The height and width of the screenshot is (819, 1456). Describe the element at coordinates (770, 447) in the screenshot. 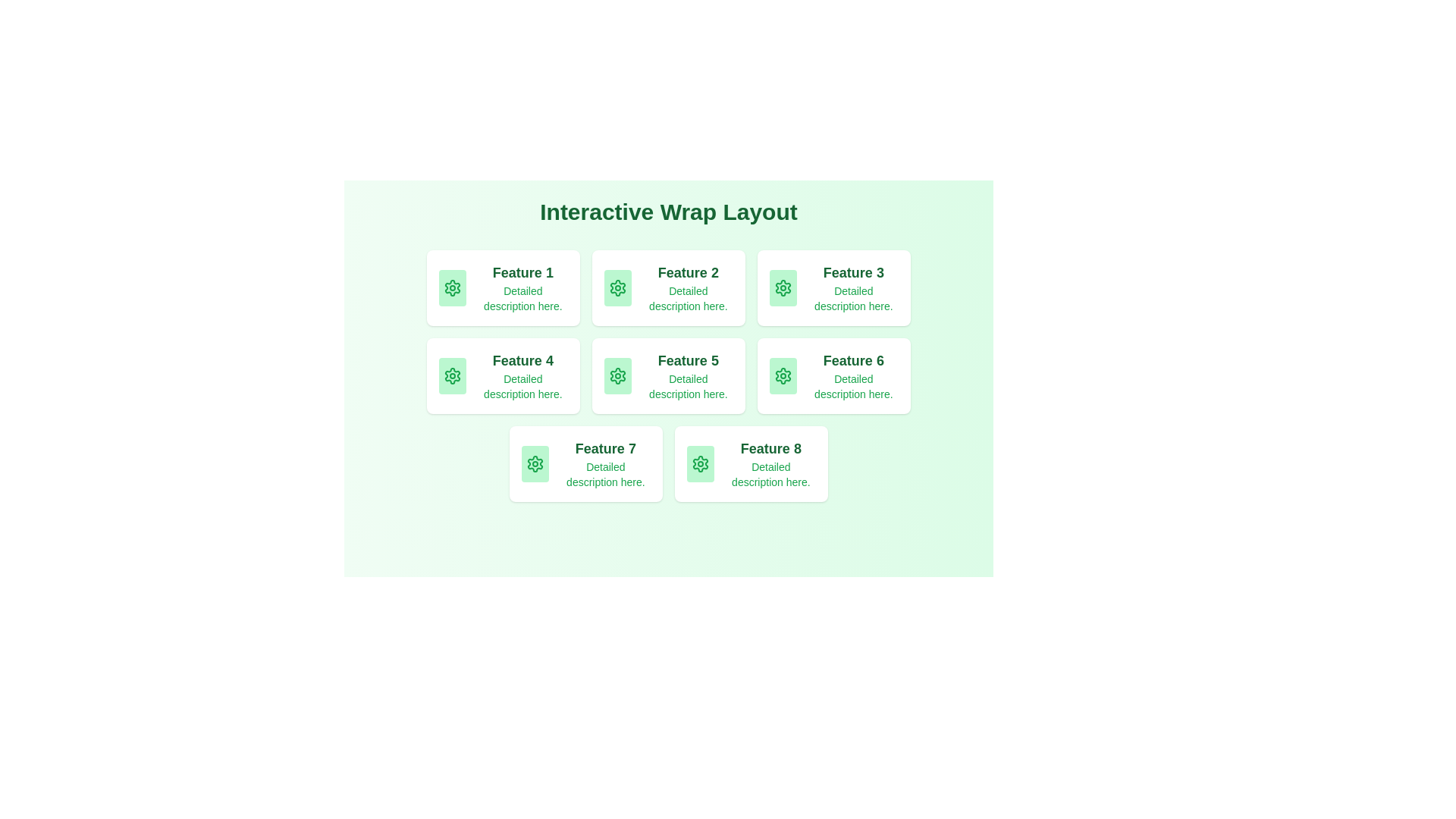

I see `the title Text label located in the bottom-right panel under the 'Interactive Wrap Layout', which serves as the heading for the feature panel` at that location.